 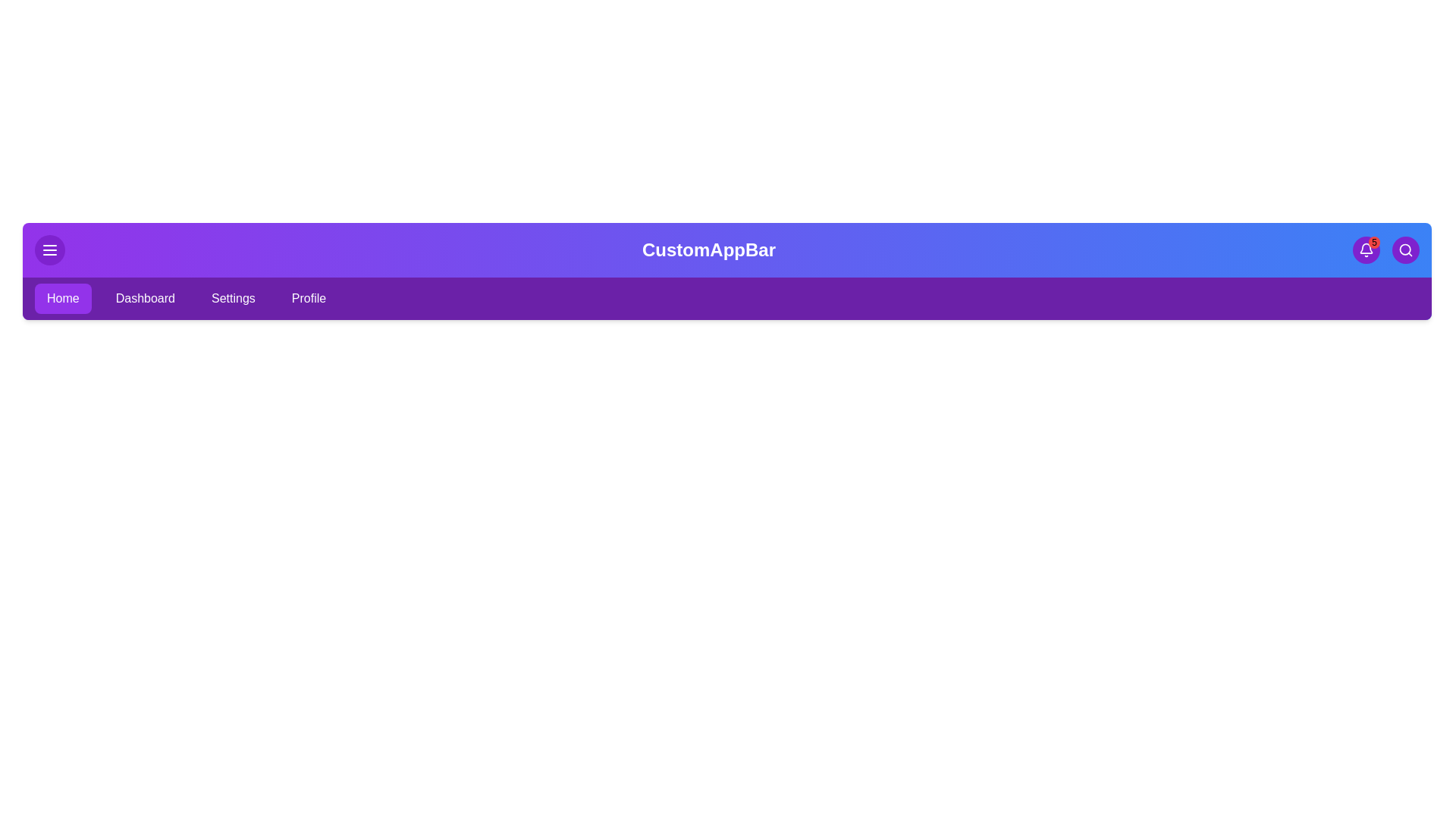 I want to click on the search button to activate the search functionality, so click(x=1404, y=249).